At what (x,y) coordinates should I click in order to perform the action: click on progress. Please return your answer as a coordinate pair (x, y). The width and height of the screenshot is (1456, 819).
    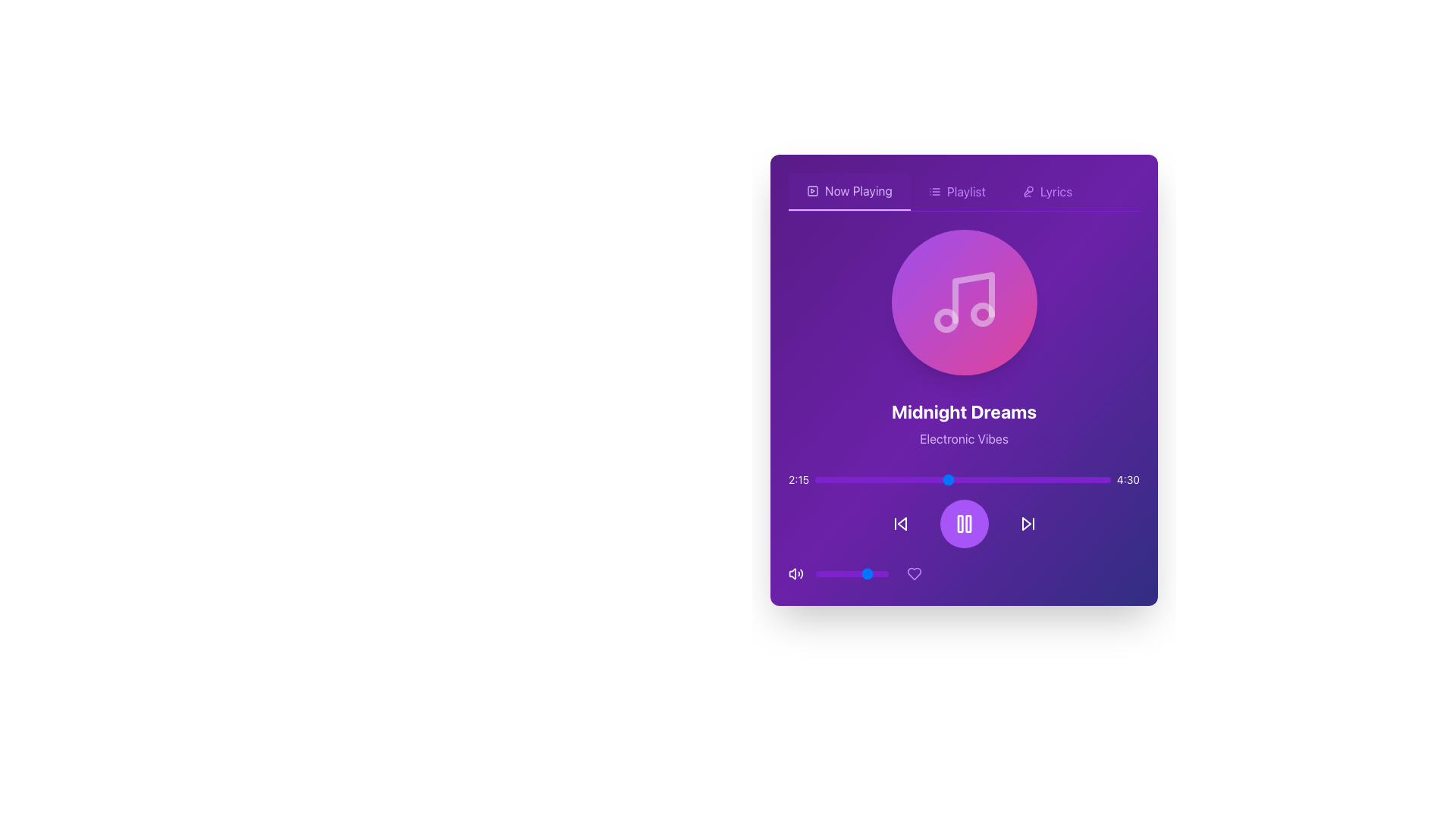
    Looking at the image, I should click on (895, 479).